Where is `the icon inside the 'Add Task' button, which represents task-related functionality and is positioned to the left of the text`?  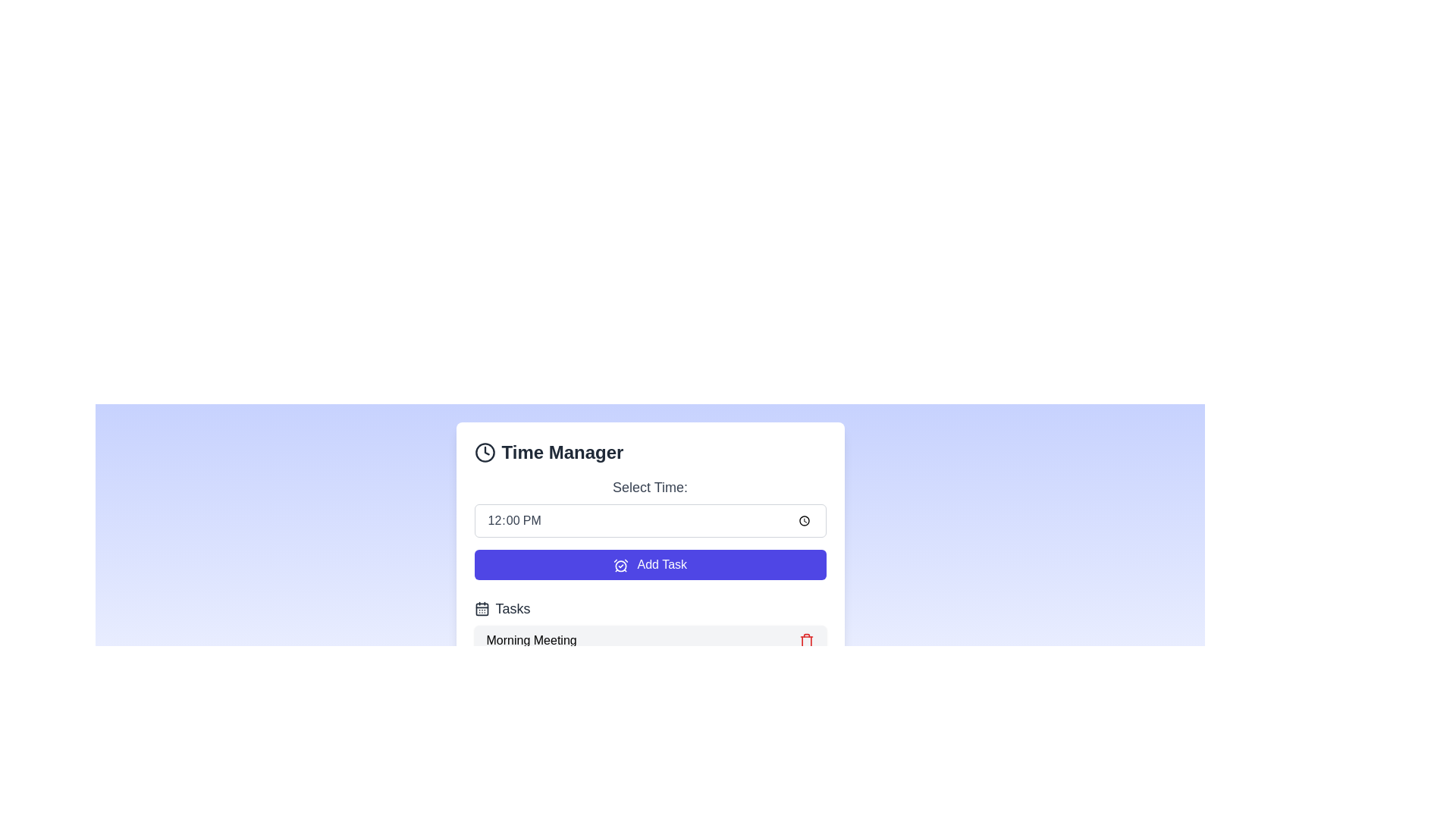
the icon inside the 'Add Task' button, which represents task-related functionality and is positioned to the left of the text is located at coordinates (620, 565).